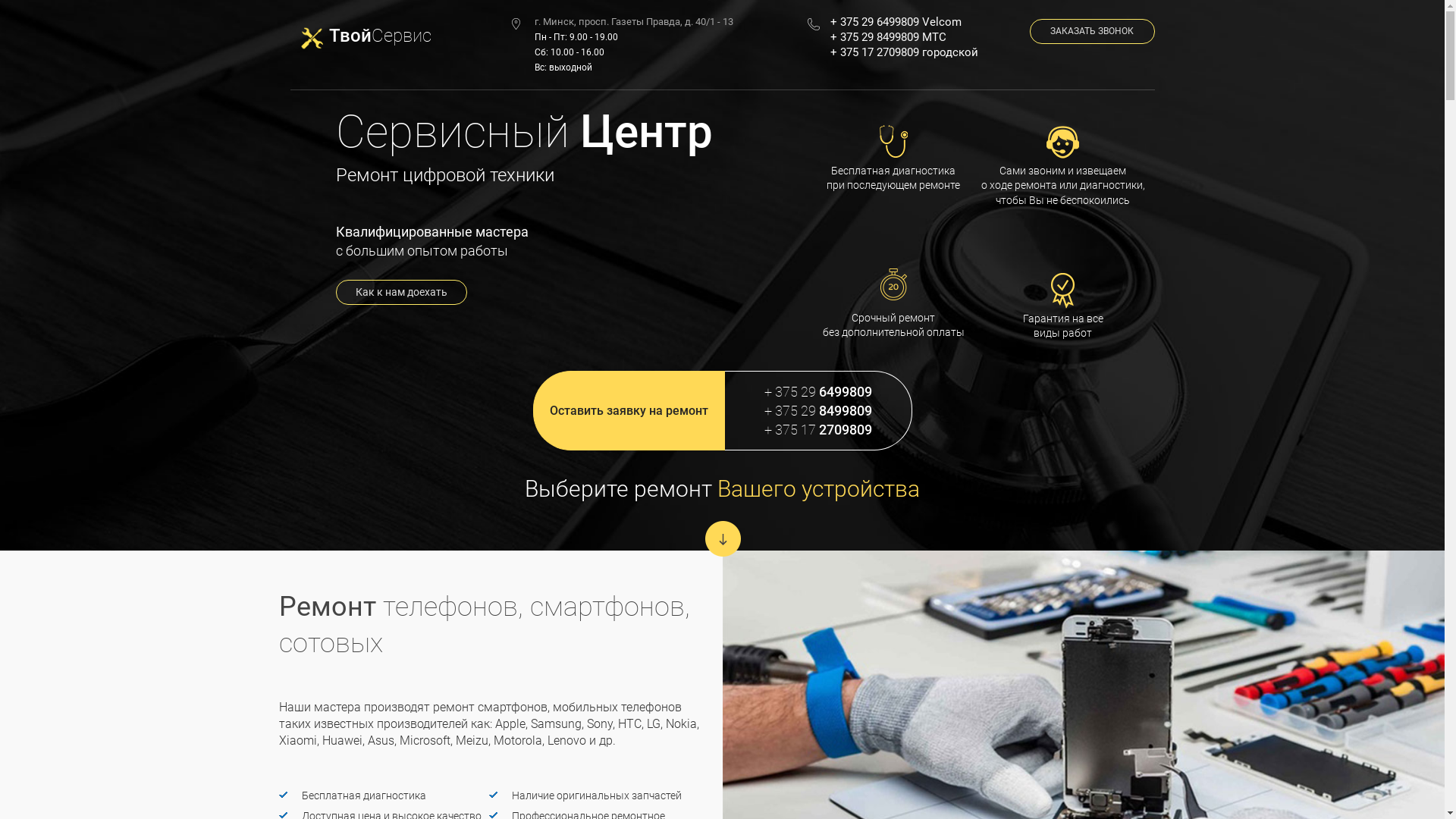  Describe the element at coordinates (918, 36) in the screenshot. I see `'+ 375 29 8499809 MTC'` at that location.